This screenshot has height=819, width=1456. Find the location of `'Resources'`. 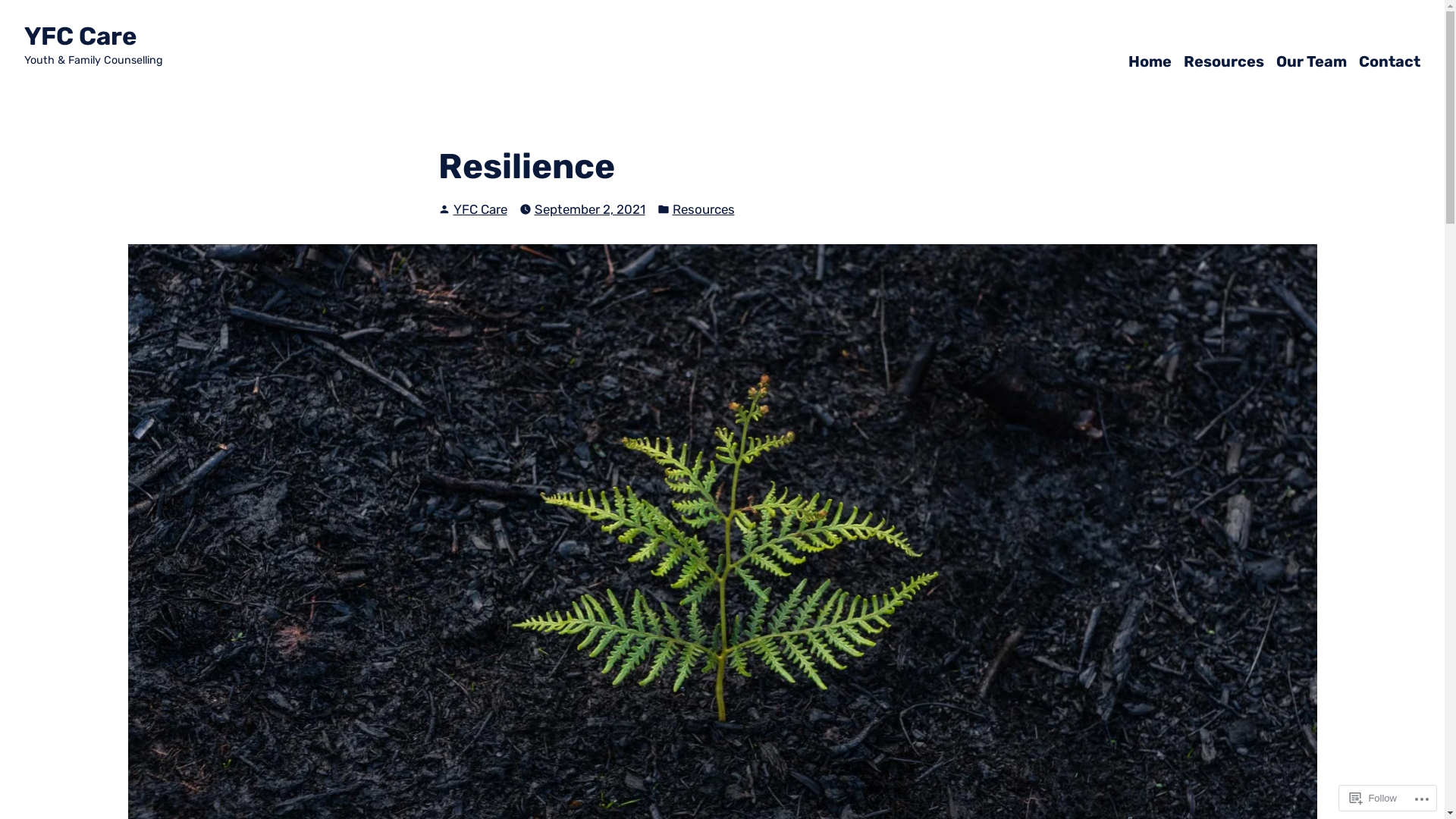

'Resources' is located at coordinates (1223, 60).